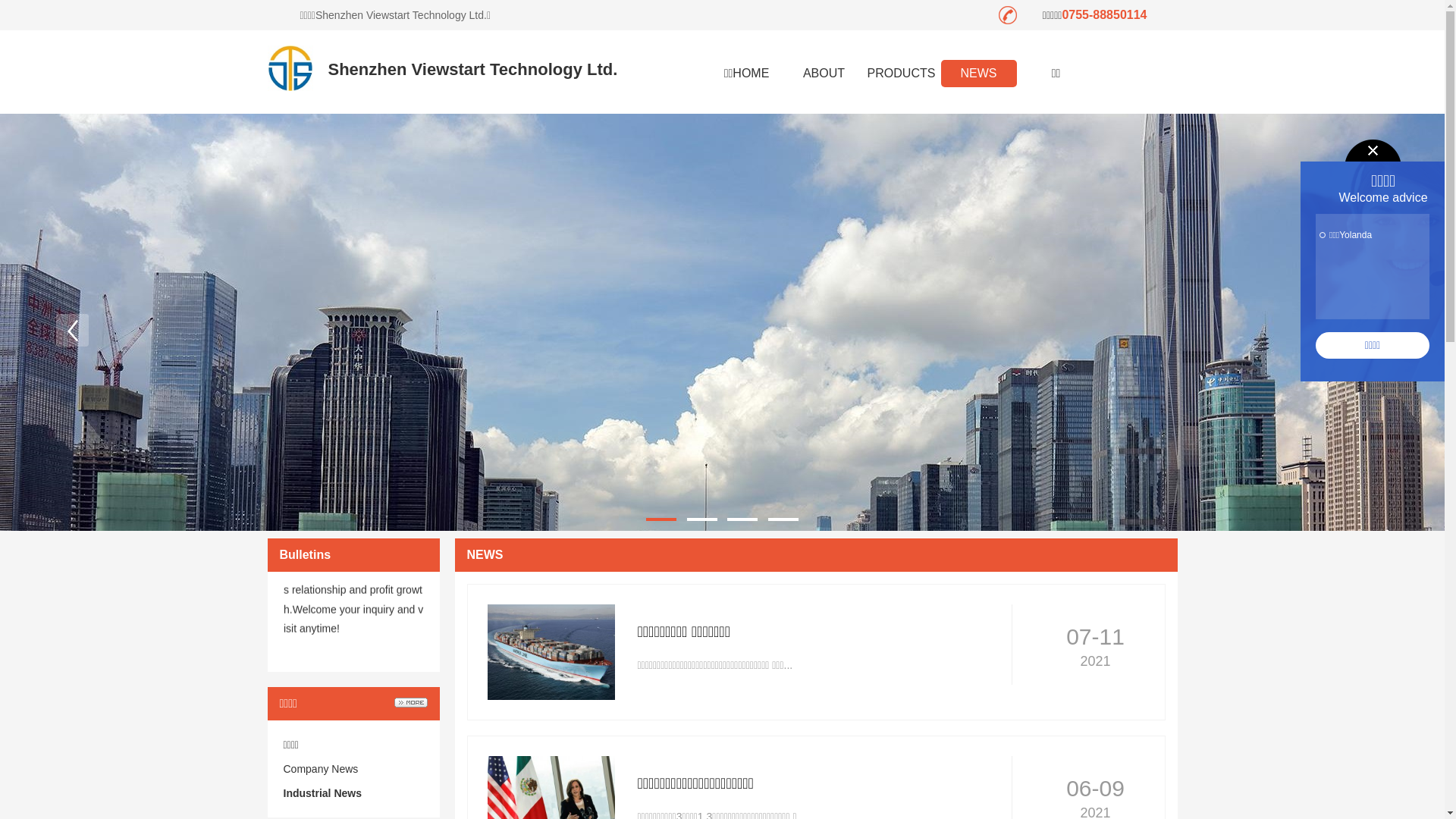 This screenshot has height=819, width=1456. I want to click on 'Industrial News', so click(322, 792).